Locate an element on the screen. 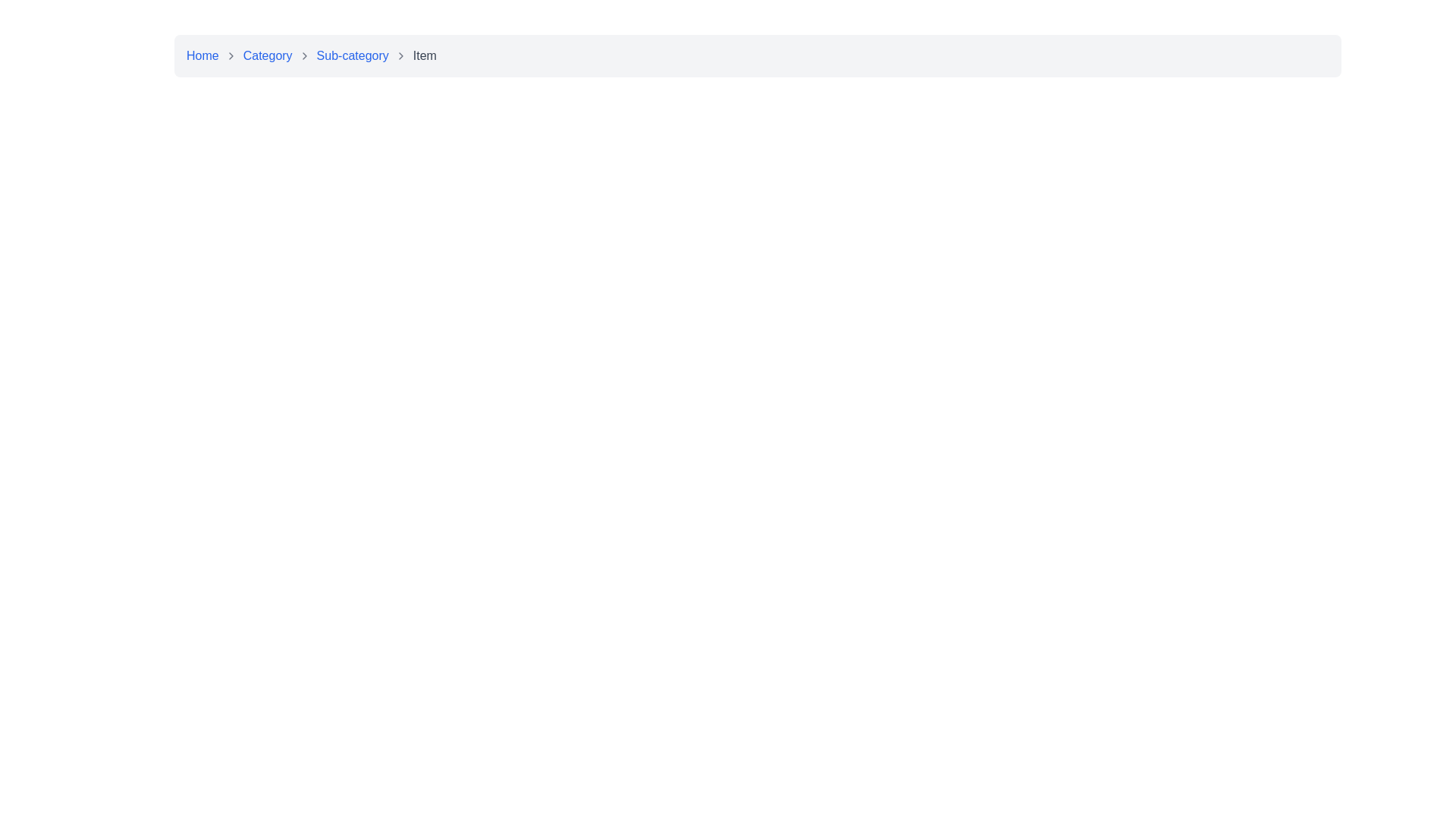 This screenshot has height=819, width=1456. the small, right-facing gray outline arrow icon located between the 'Home' and 'Category' links in the breadcrumb navigation bar is located at coordinates (230, 55).